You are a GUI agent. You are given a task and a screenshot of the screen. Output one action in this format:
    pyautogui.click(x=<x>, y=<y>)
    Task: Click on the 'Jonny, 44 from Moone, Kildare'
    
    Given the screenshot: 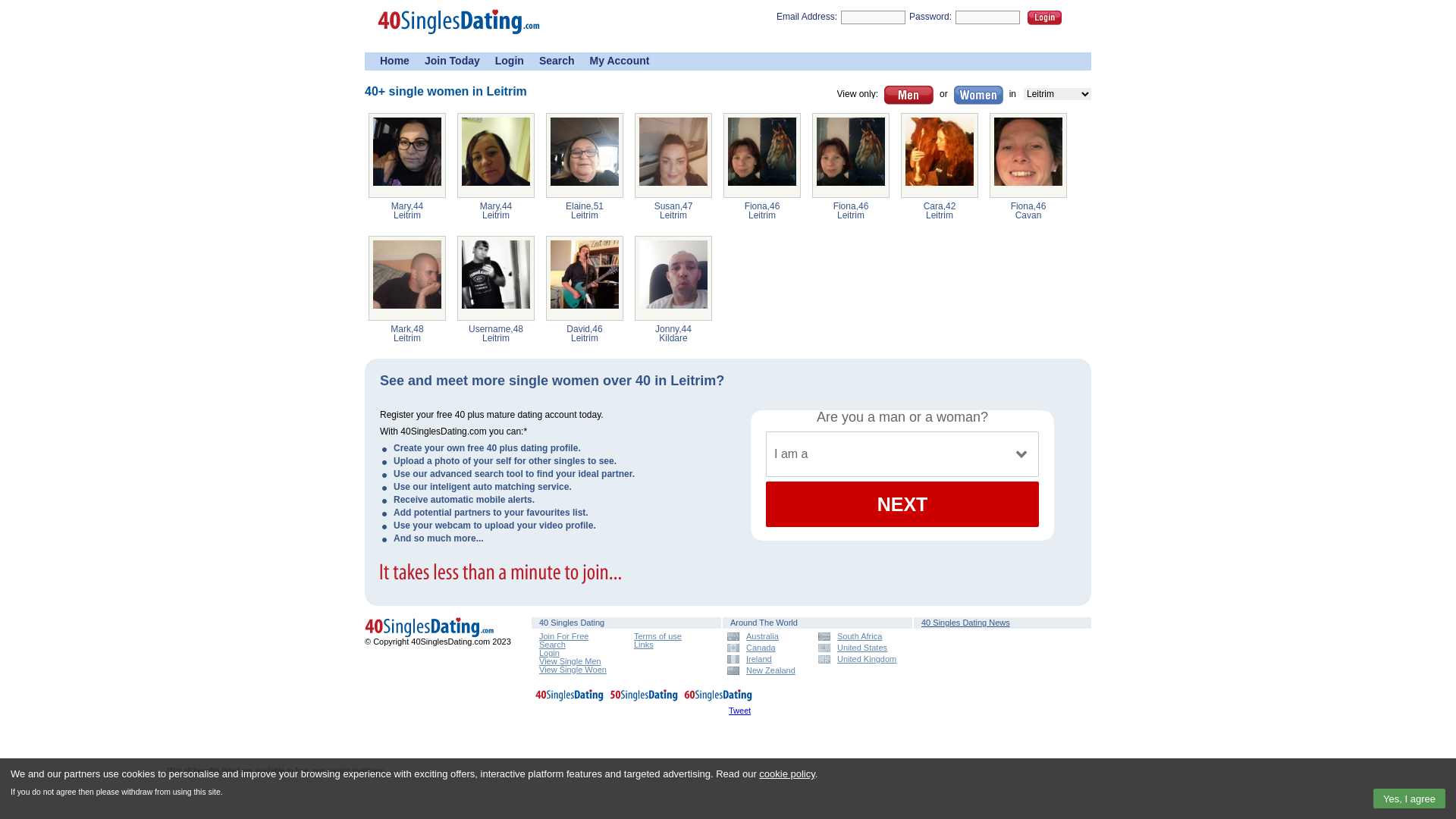 What is the action you would take?
    pyautogui.click(x=673, y=278)
    